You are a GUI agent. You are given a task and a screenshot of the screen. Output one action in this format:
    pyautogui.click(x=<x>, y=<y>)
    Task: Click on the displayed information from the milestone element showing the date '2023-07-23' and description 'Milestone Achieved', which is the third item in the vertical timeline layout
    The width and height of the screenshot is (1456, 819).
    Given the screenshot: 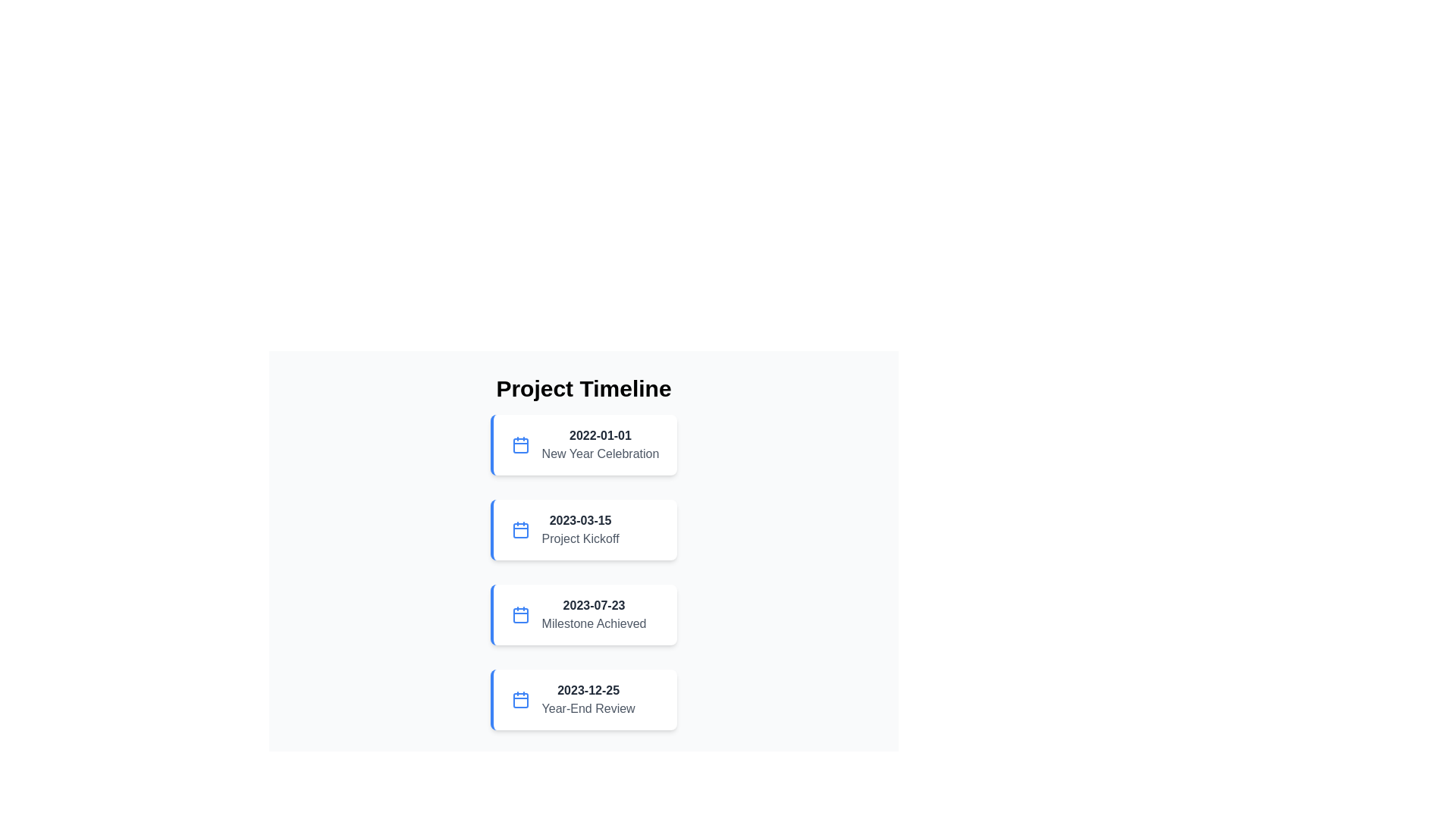 What is the action you would take?
    pyautogui.click(x=585, y=614)
    